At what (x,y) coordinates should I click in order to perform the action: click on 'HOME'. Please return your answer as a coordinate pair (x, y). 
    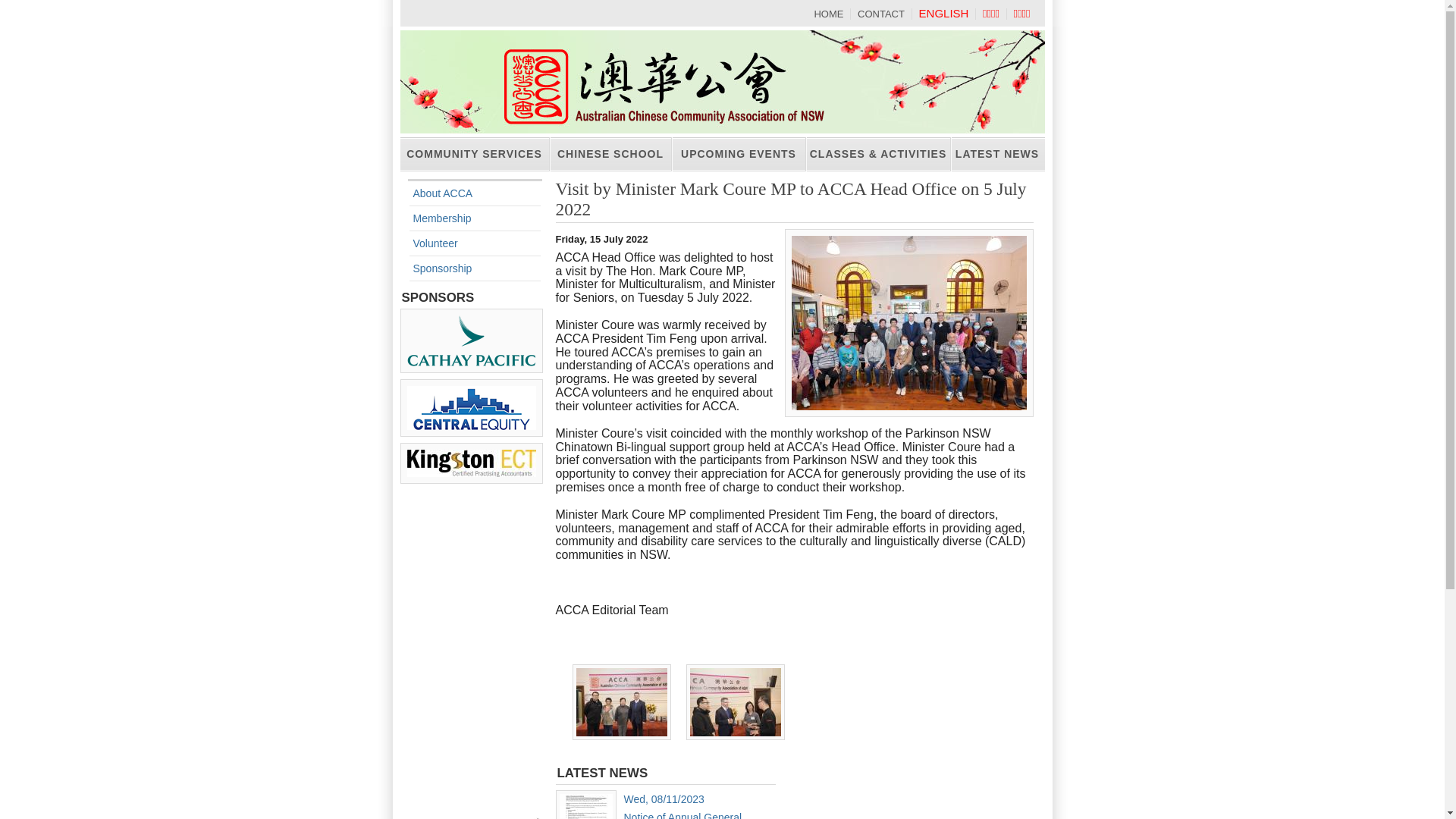
    Looking at the image, I should click on (827, 14).